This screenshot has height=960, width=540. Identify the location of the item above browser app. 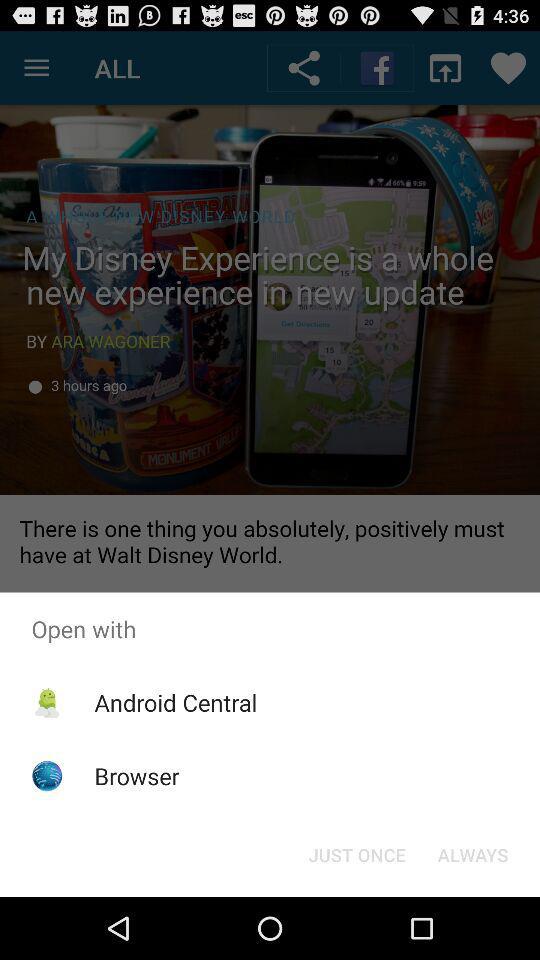
(175, 702).